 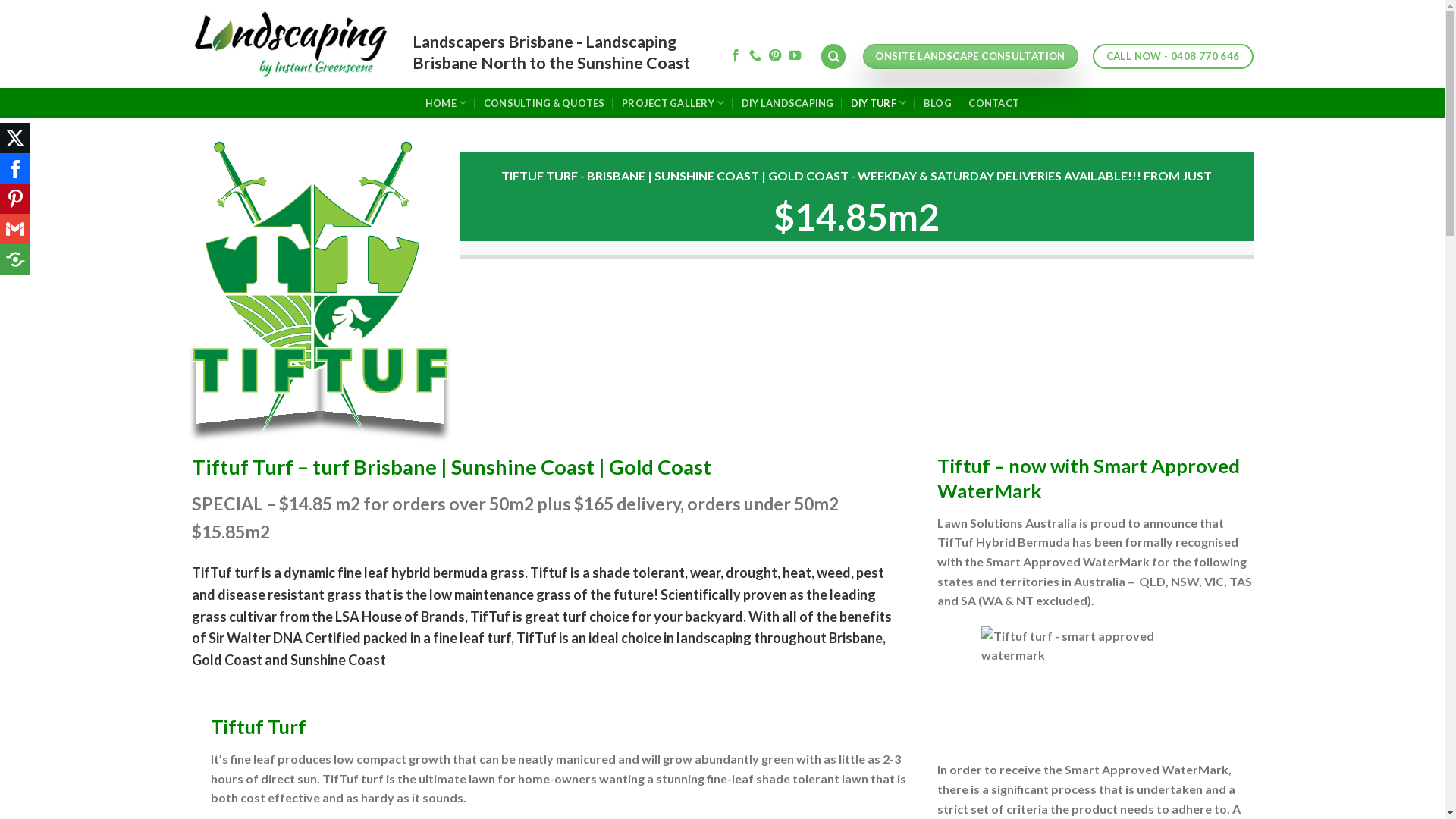 What do you see at coordinates (425, 102) in the screenshot?
I see `'HOME'` at bounding box center [425, 102].